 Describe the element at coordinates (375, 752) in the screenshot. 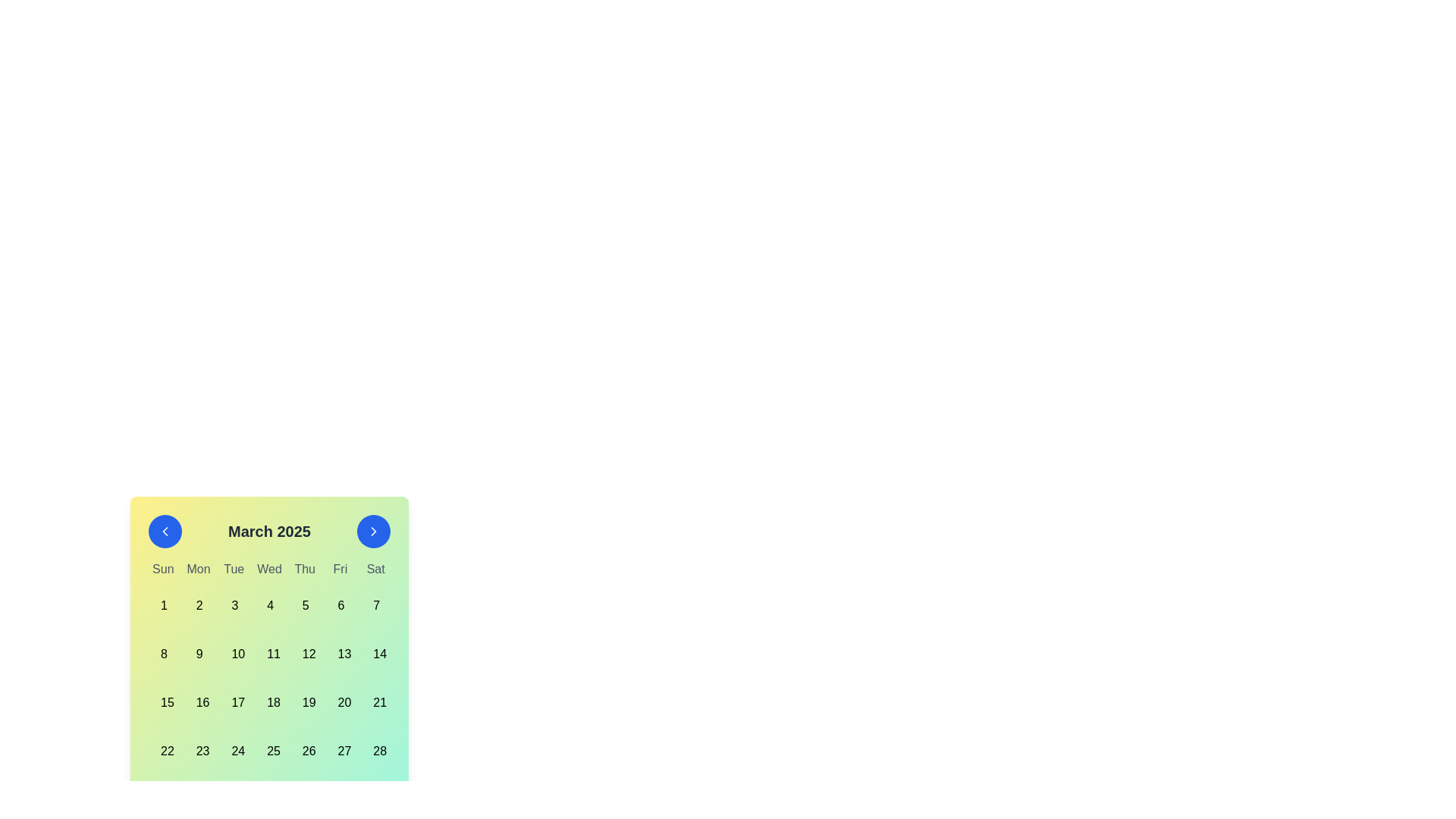

I see `the rectangular button with rounded corners that displays the number '28' in bold black font, located in the 7th column of the calendar grid` at that location.